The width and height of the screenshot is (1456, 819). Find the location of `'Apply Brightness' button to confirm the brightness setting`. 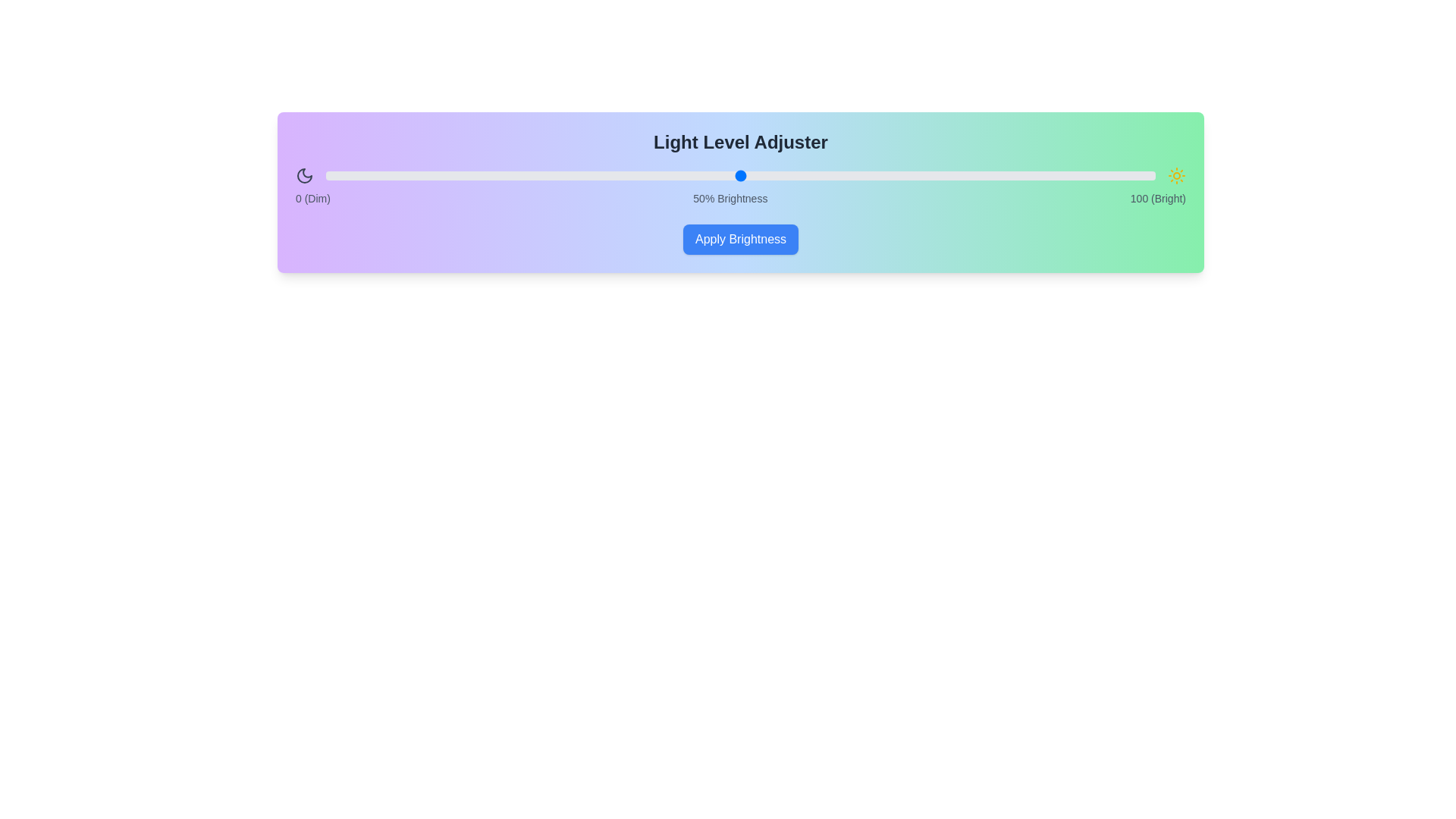

'Apply Brightness' button to confirm the brightness setting is located at coordinates (741, 239).